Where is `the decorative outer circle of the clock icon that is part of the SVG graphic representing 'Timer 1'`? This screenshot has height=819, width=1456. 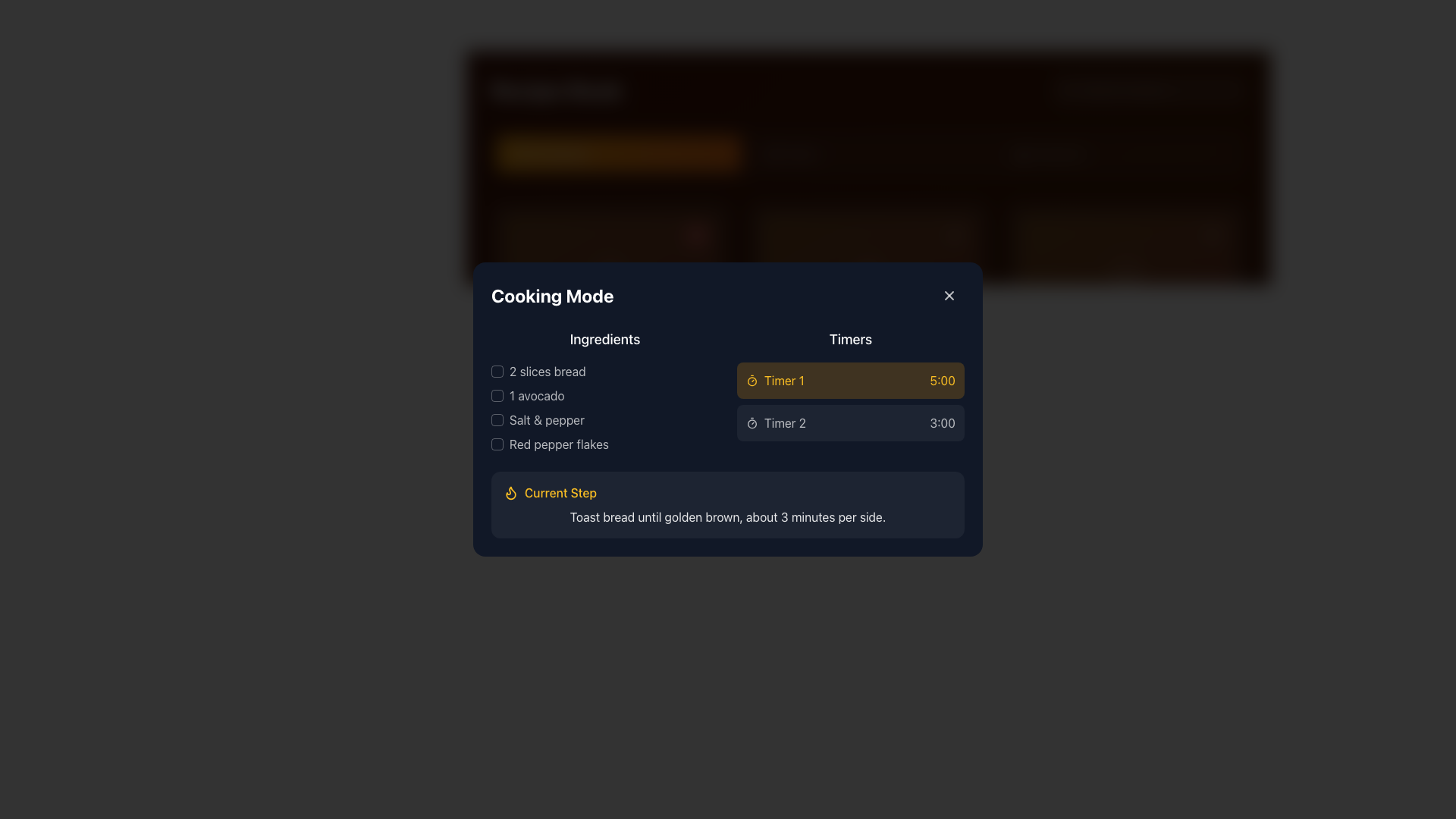 the decorative outer circle of the clock icon that is part of the SVG graphic representing 'Timer 1' is located at coordinates (767, 382).